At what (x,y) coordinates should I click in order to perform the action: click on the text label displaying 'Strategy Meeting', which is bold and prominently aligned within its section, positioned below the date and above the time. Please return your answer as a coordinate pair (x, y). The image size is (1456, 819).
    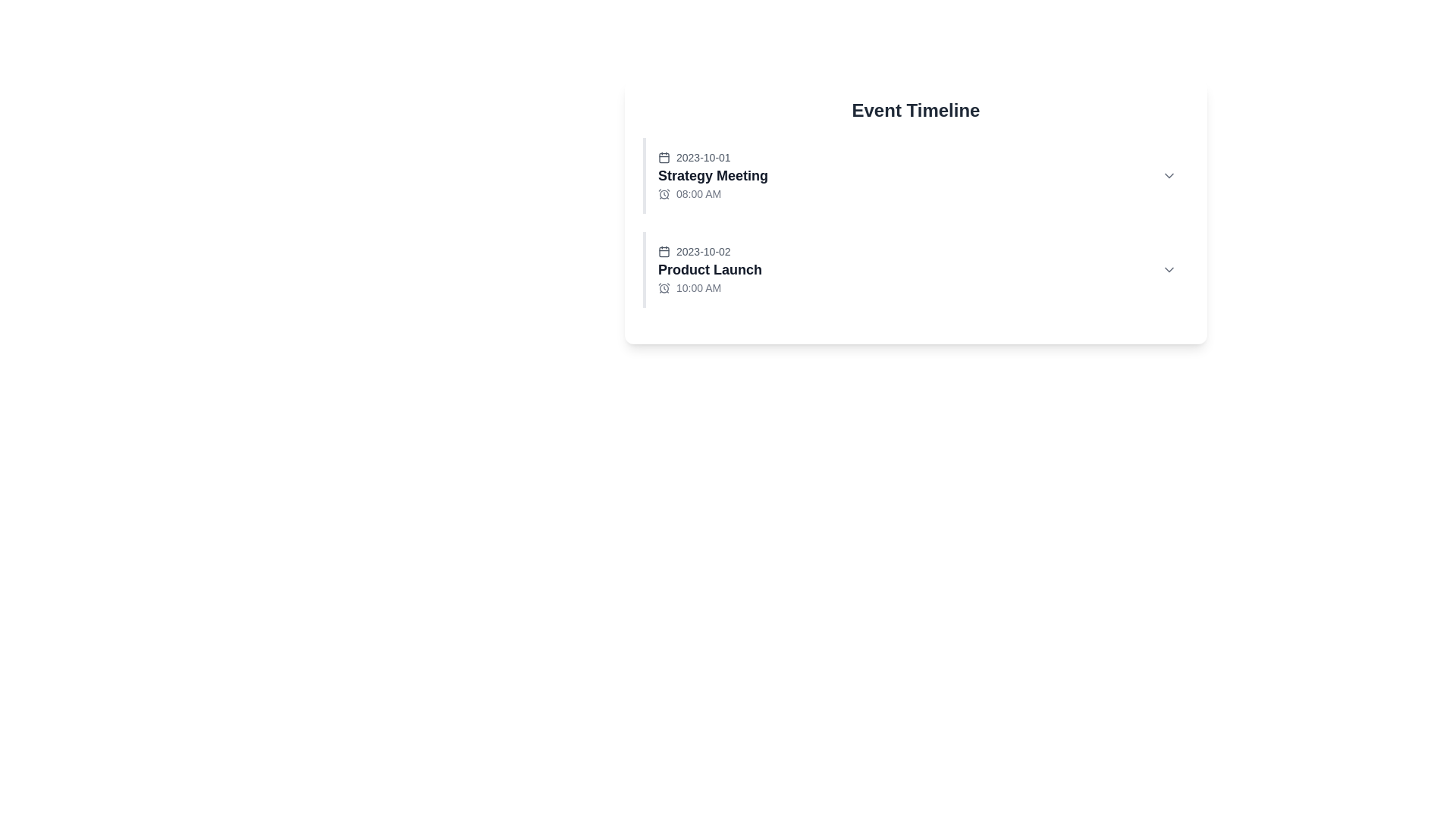
    Looking at the image, I should click on (712, 174).